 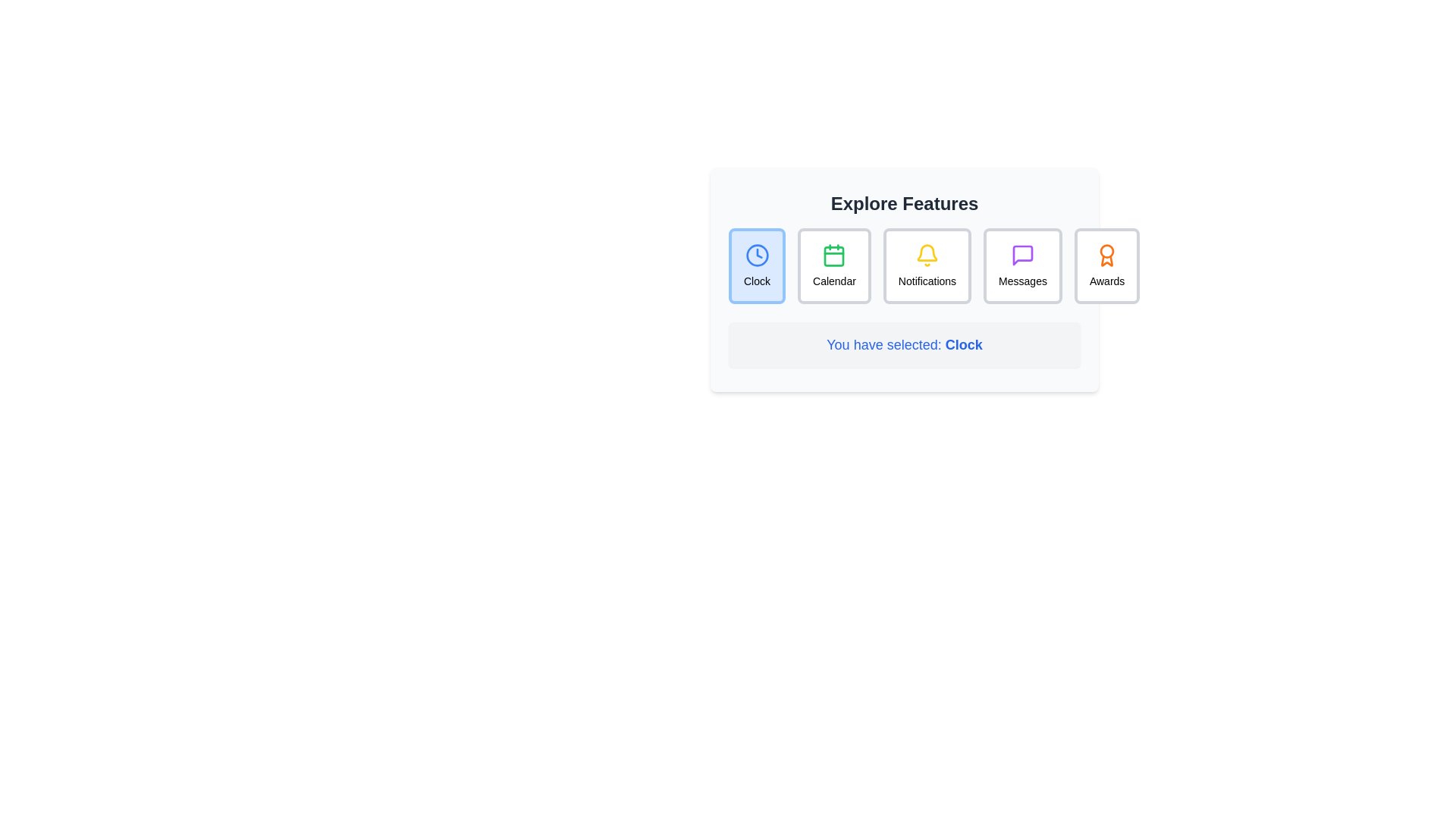 What do you see at coordinates (927, 254) in the screenshot?
I see `the bell icon in the Notifications section, which serves as a visual indicator for notifications` at bounding box center [927, 254].